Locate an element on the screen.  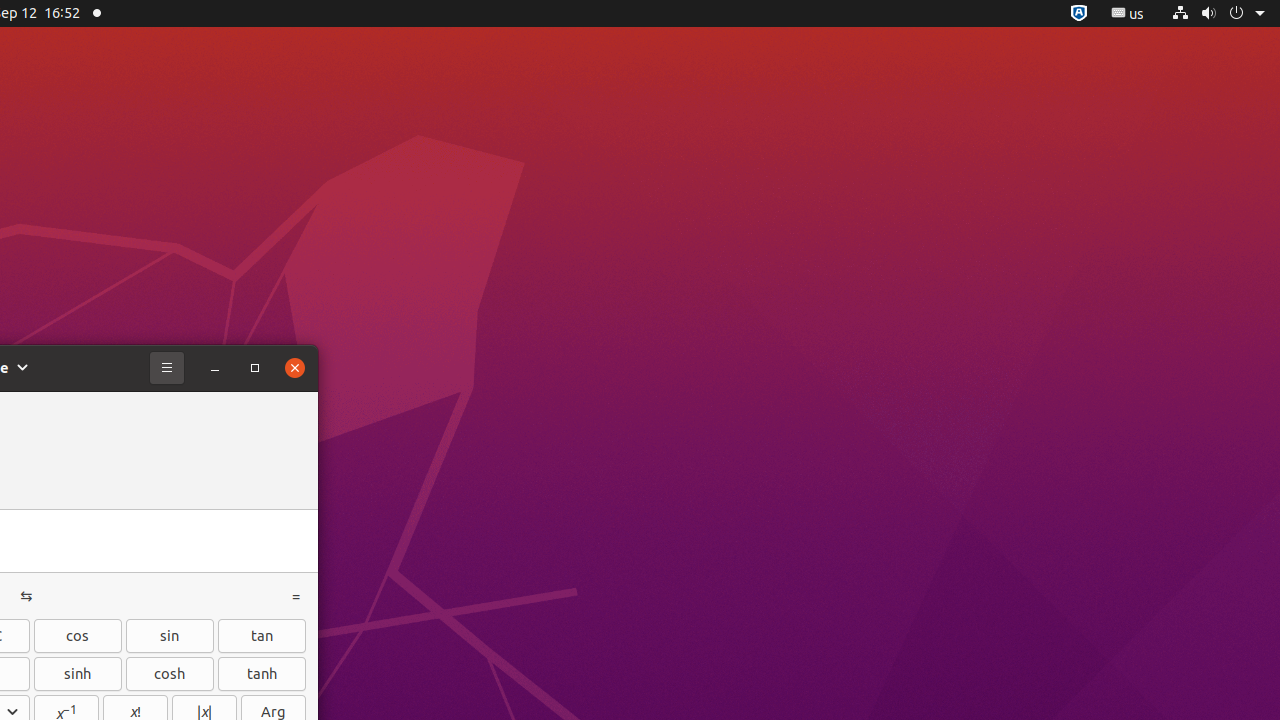
'tan' is located at coordinates (261, 635).